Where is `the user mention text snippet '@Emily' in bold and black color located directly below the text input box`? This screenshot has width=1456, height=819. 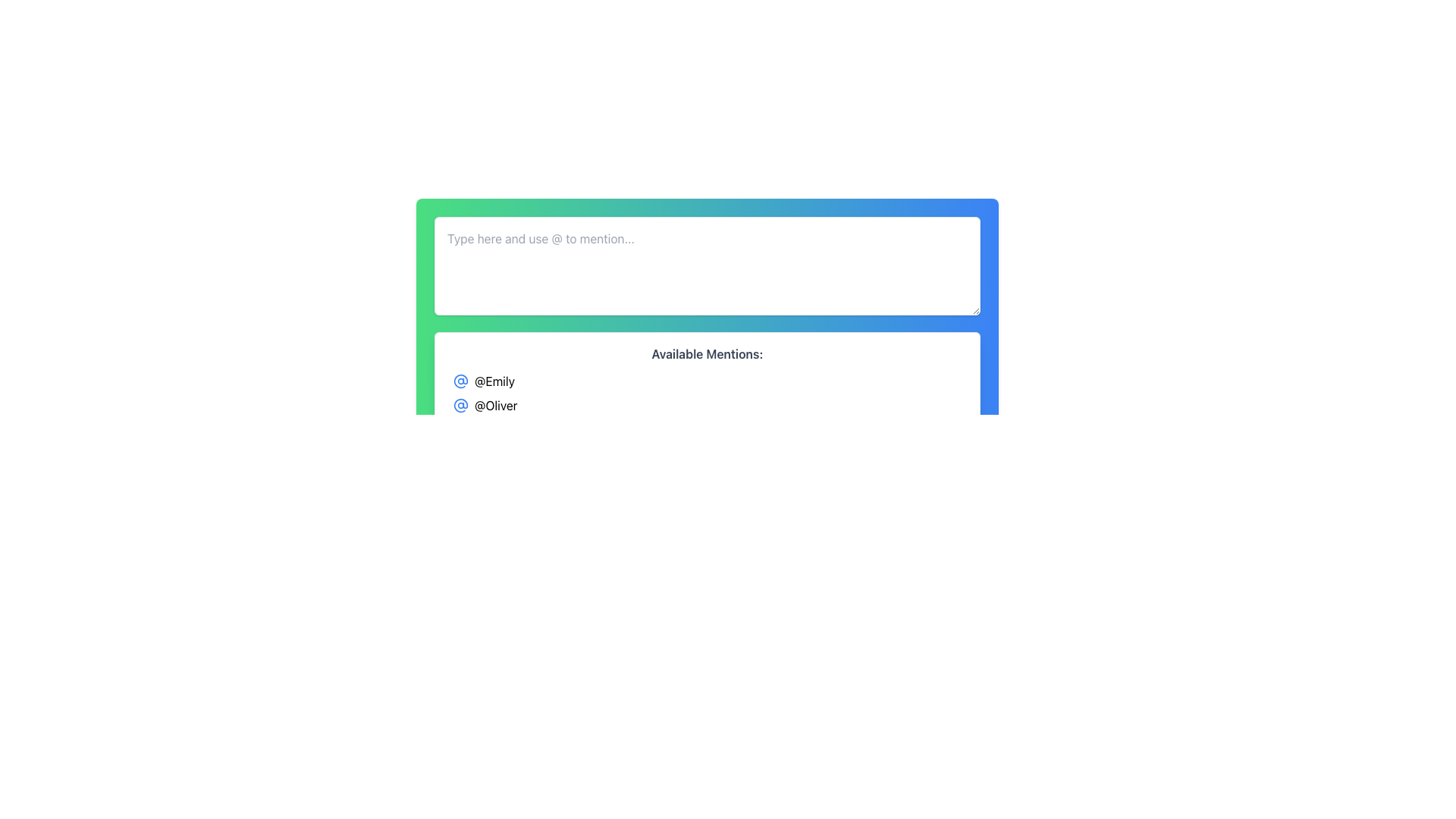 the user mention text snippet '@Emily' in bold and black color located directly below the text input box is located at coordinates (494, 380).